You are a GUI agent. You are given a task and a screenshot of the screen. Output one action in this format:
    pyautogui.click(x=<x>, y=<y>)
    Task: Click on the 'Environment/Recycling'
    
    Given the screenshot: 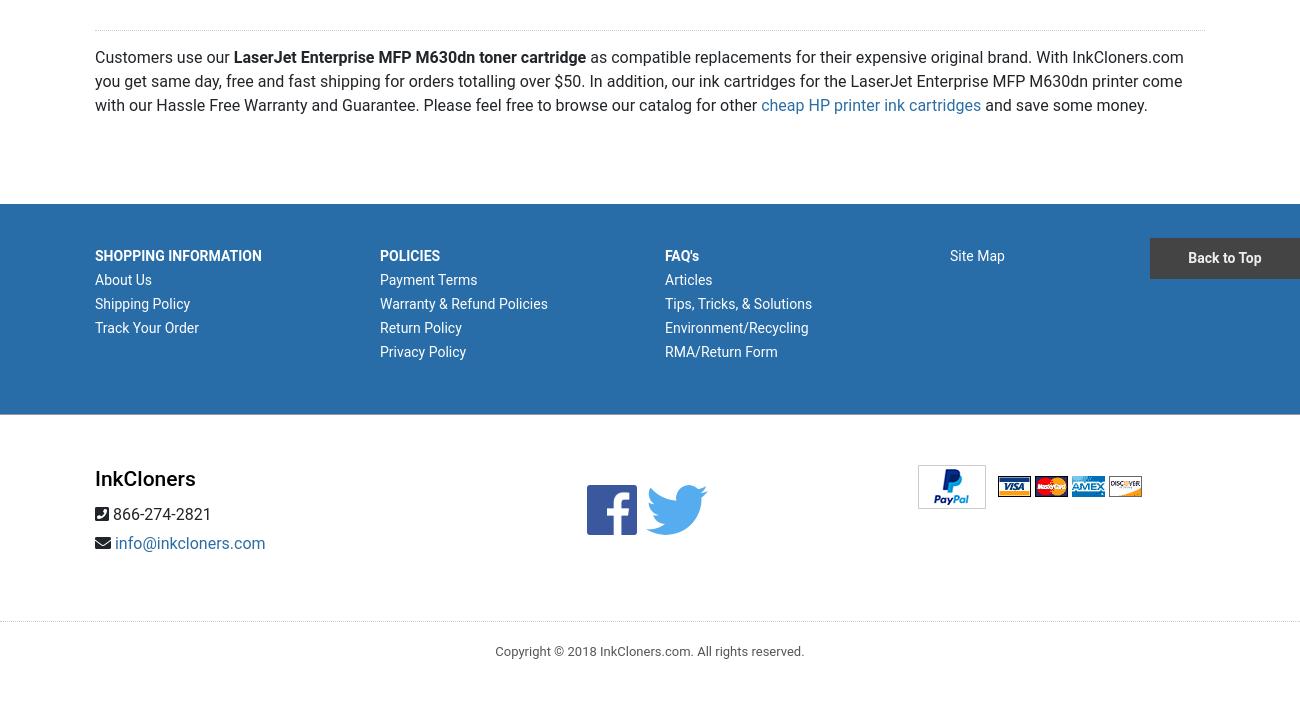 What is the action you would take?
    pyautogui.click(x=736, y=326)
    